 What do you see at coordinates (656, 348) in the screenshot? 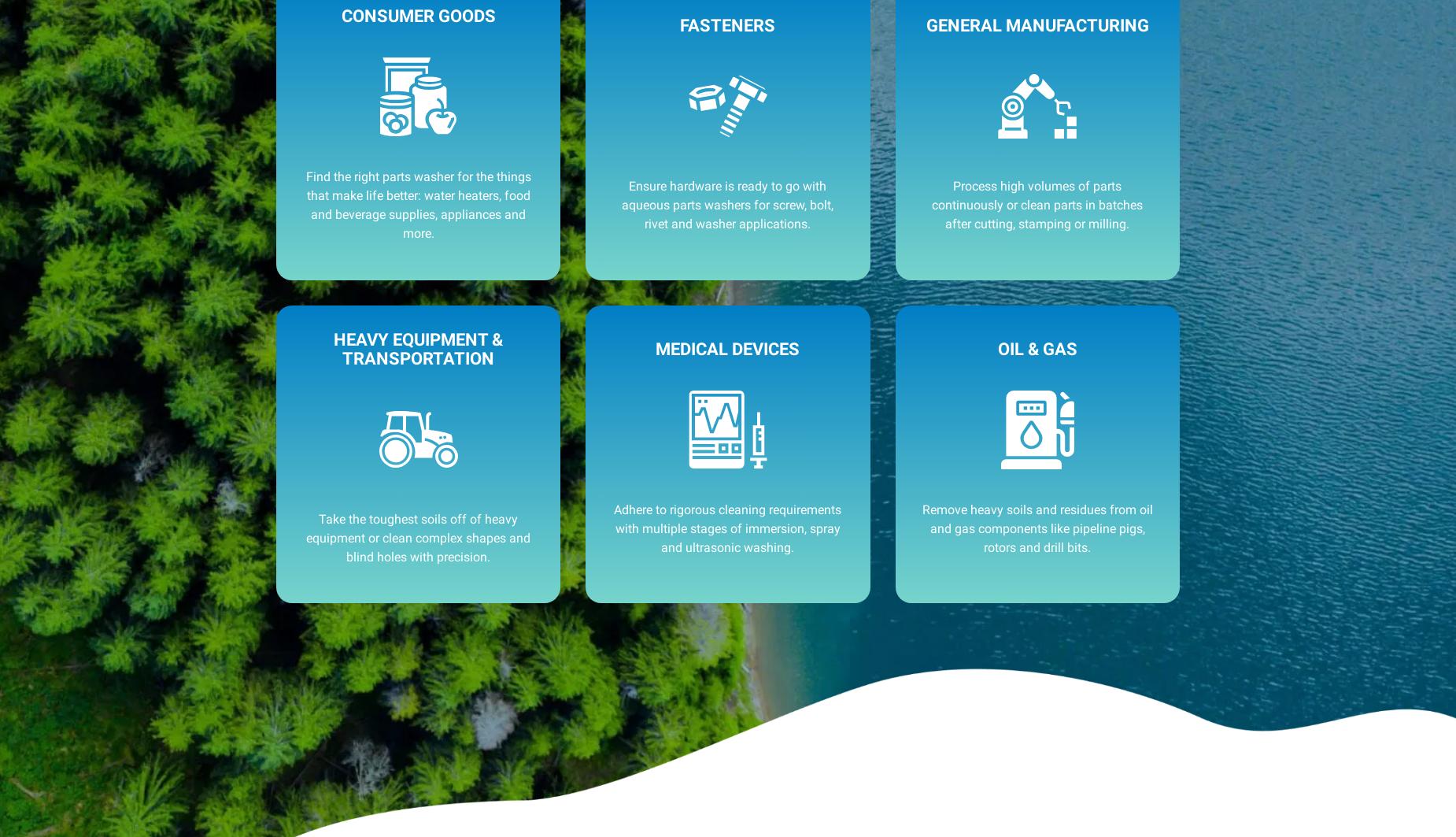
I see `'Medical Devices'` at bounding box center [656, 348].